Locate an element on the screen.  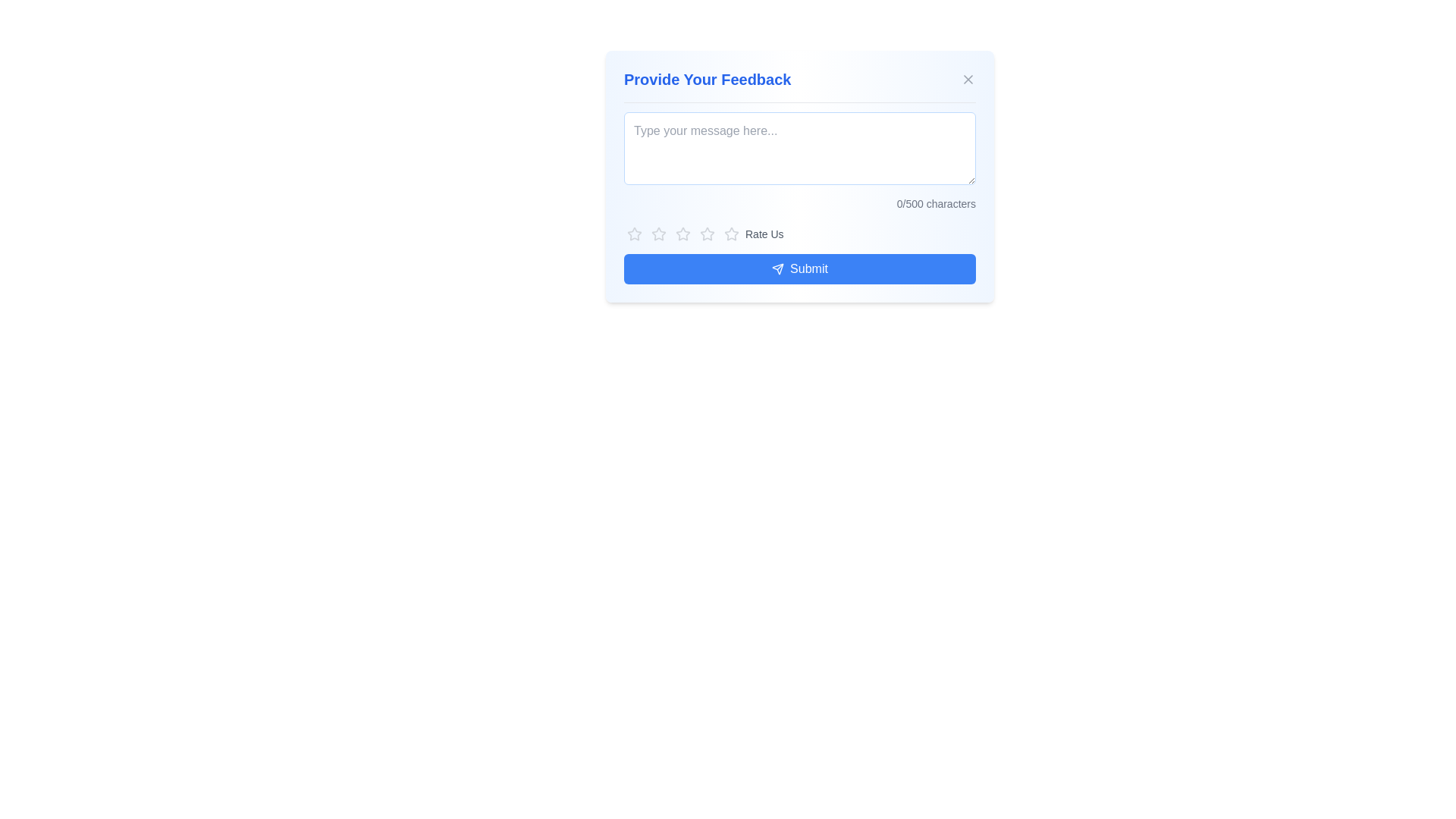
the fourth star icon in the feedback section is located at coordinates (731, 234).